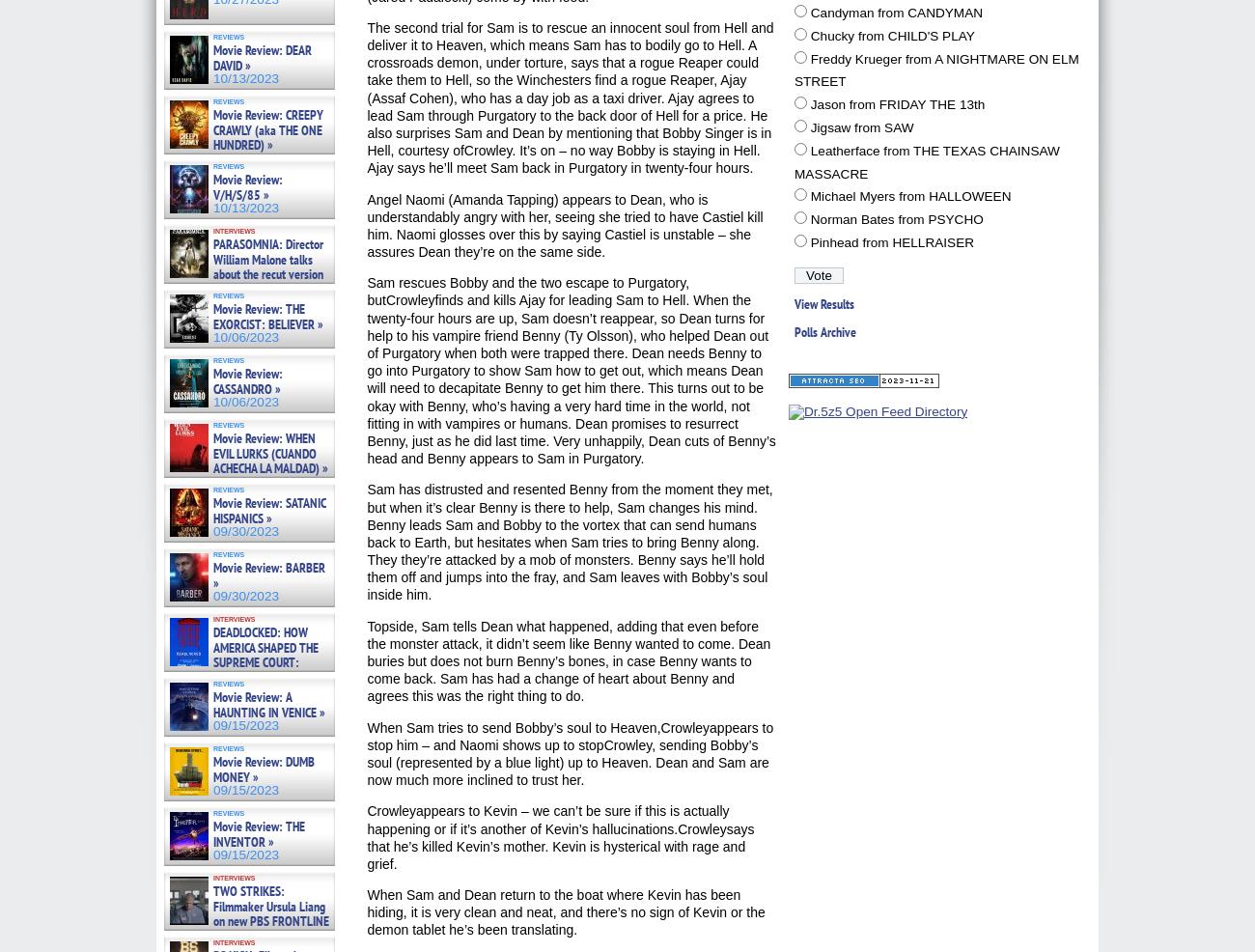  What do you see at coordinates (264, 769) in the screenshot?
I see `'Movie Review: DUMB MONEY »'` at bounding box center [264, 769].